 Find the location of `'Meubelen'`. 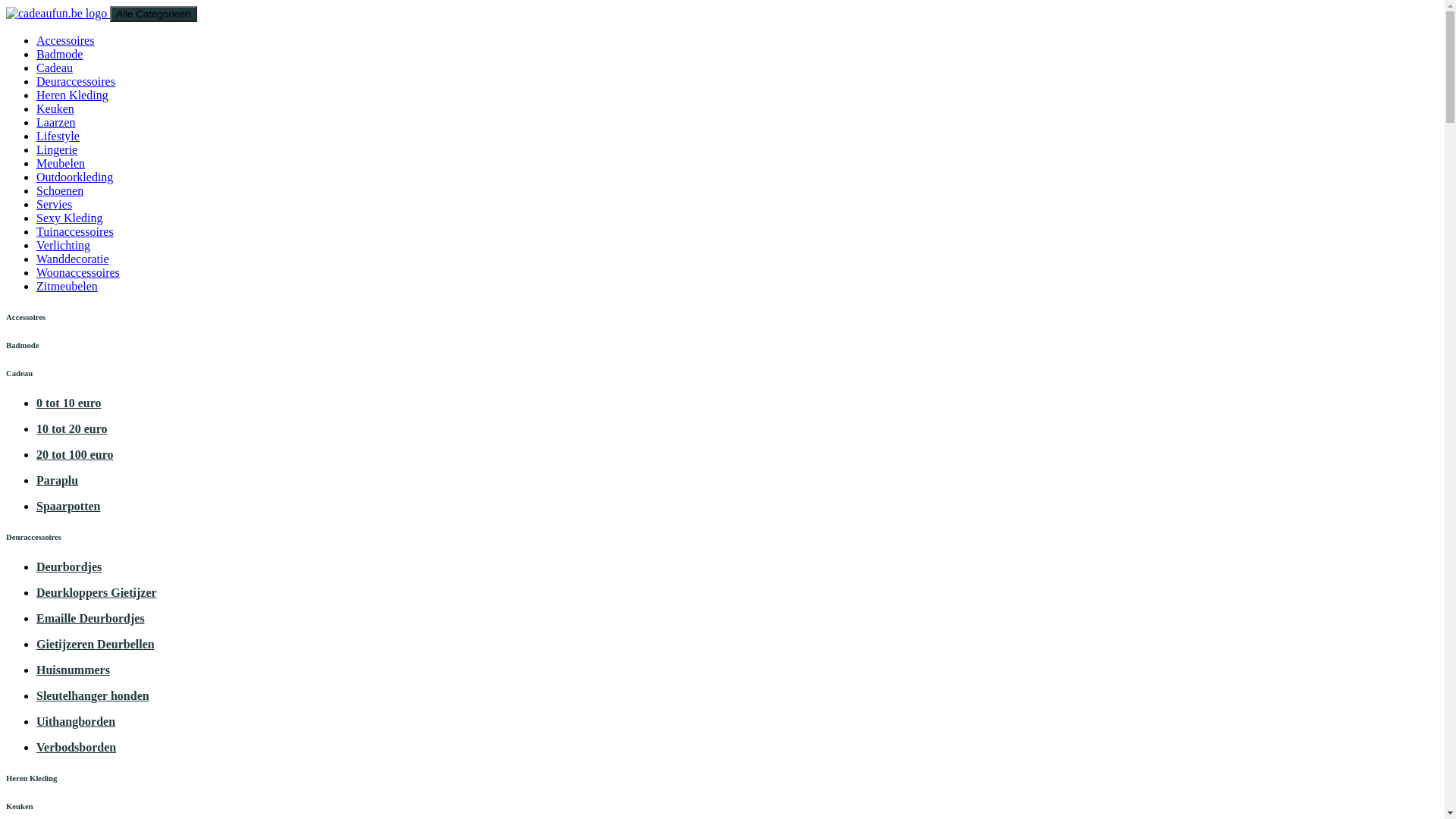

'Meubelen' is located at coordinates (36, 163).